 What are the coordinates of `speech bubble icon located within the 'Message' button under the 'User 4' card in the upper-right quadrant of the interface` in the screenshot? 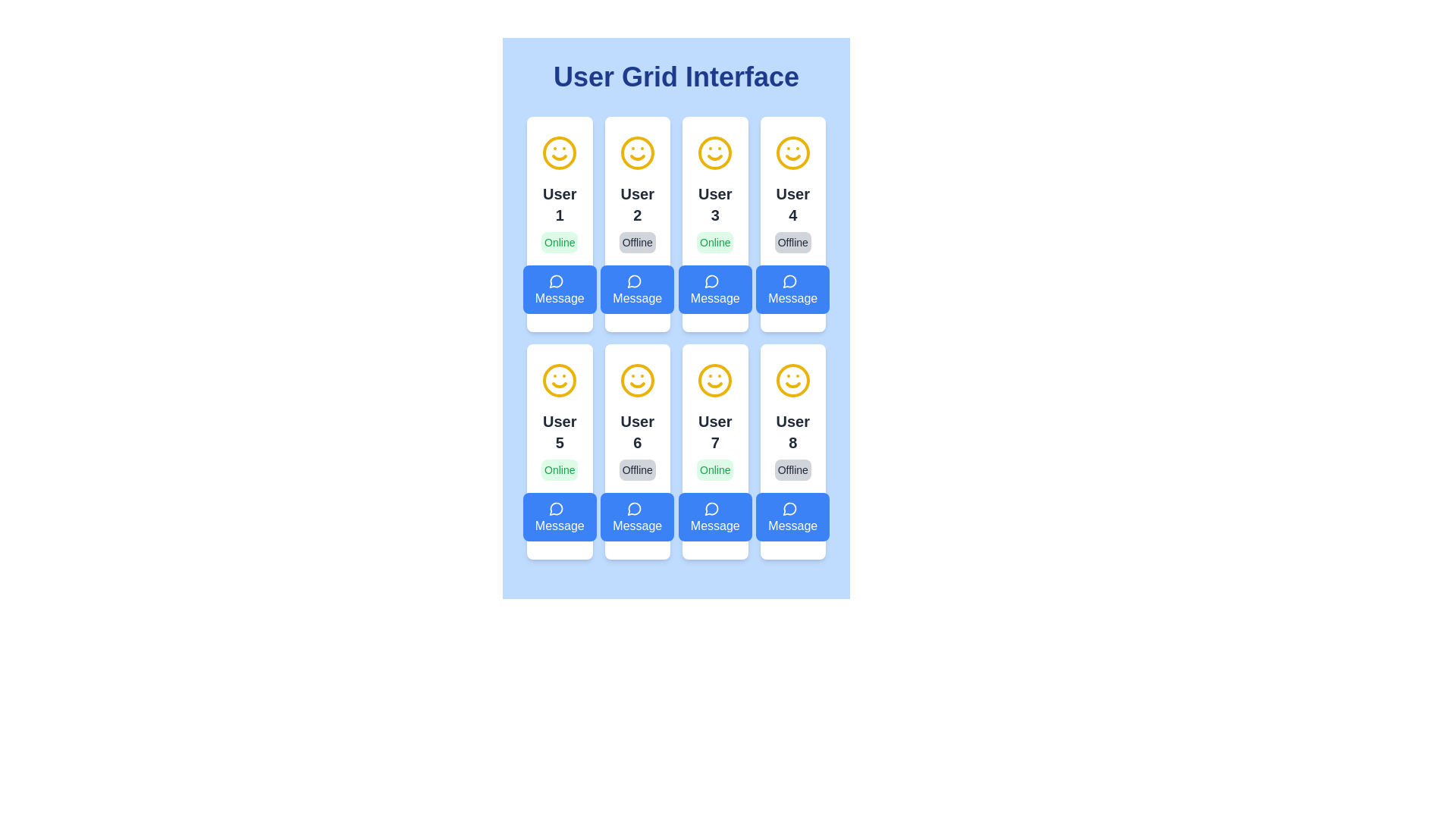 It's located at (789, 281).